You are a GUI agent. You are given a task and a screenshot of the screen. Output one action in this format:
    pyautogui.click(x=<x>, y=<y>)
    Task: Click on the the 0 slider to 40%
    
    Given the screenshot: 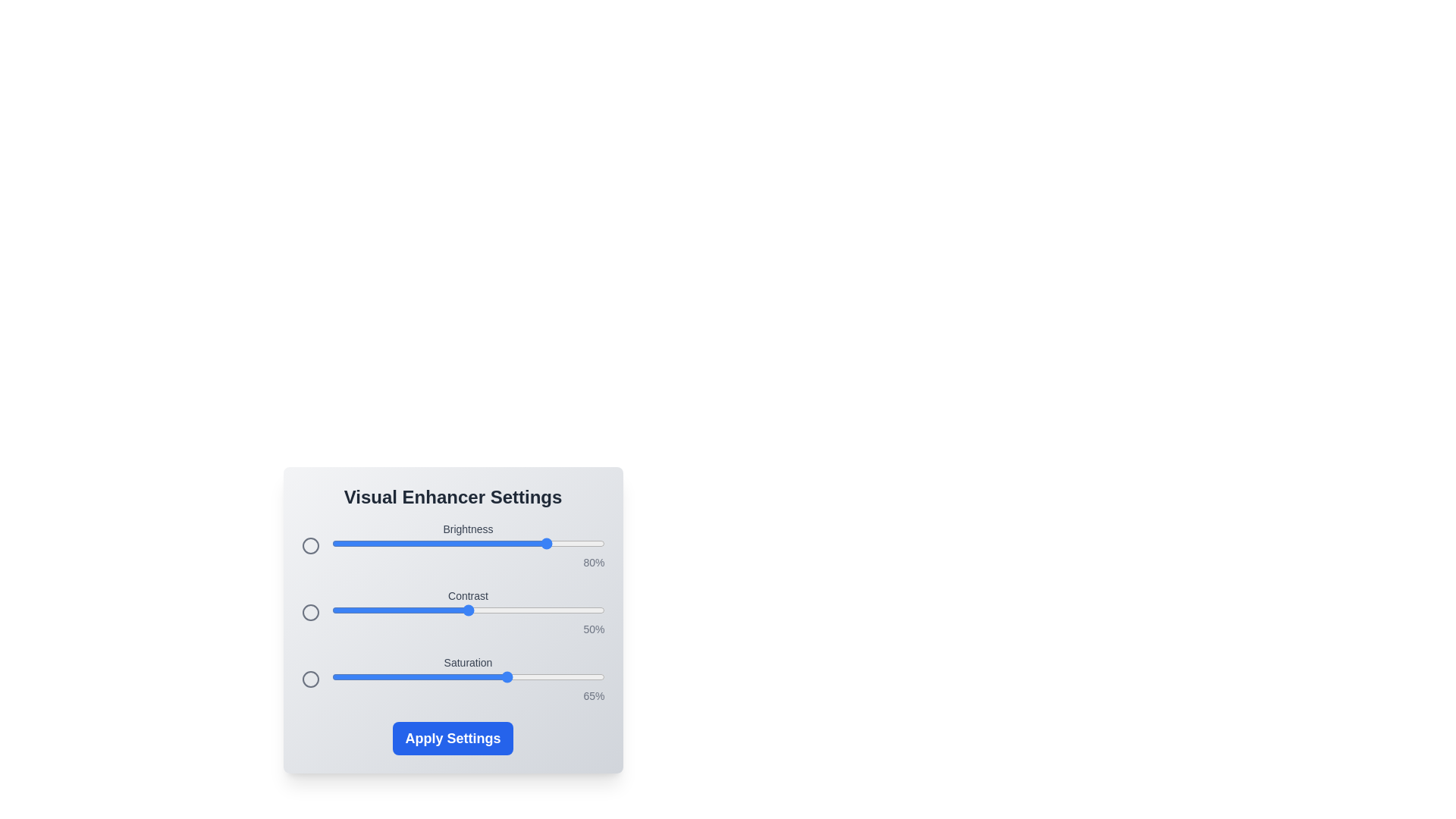 What is the action you would take?
    pyautogui.click(x=440, y=543)
    